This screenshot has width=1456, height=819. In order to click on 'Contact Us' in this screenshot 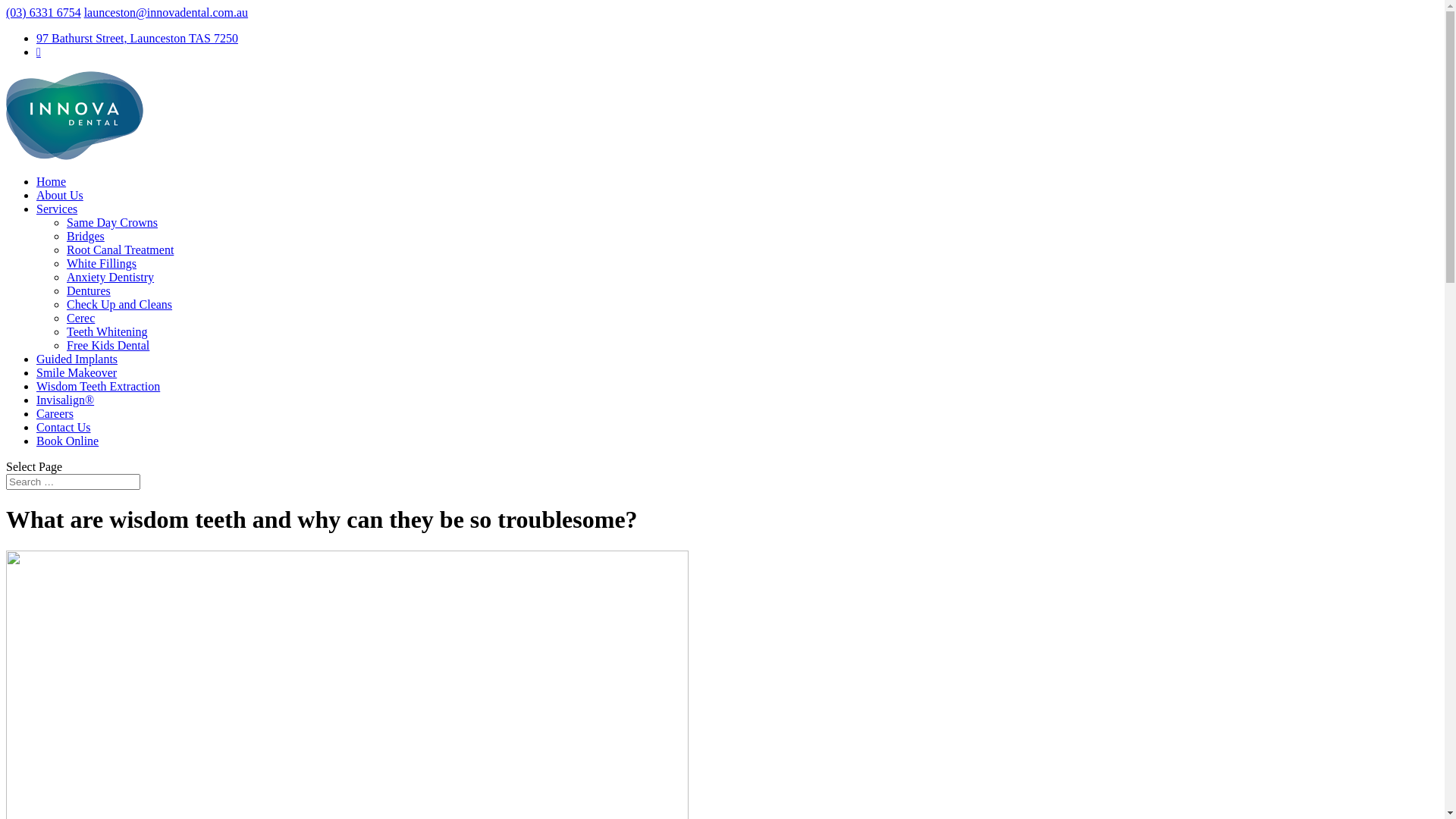, I will do `click(36, 427)`.